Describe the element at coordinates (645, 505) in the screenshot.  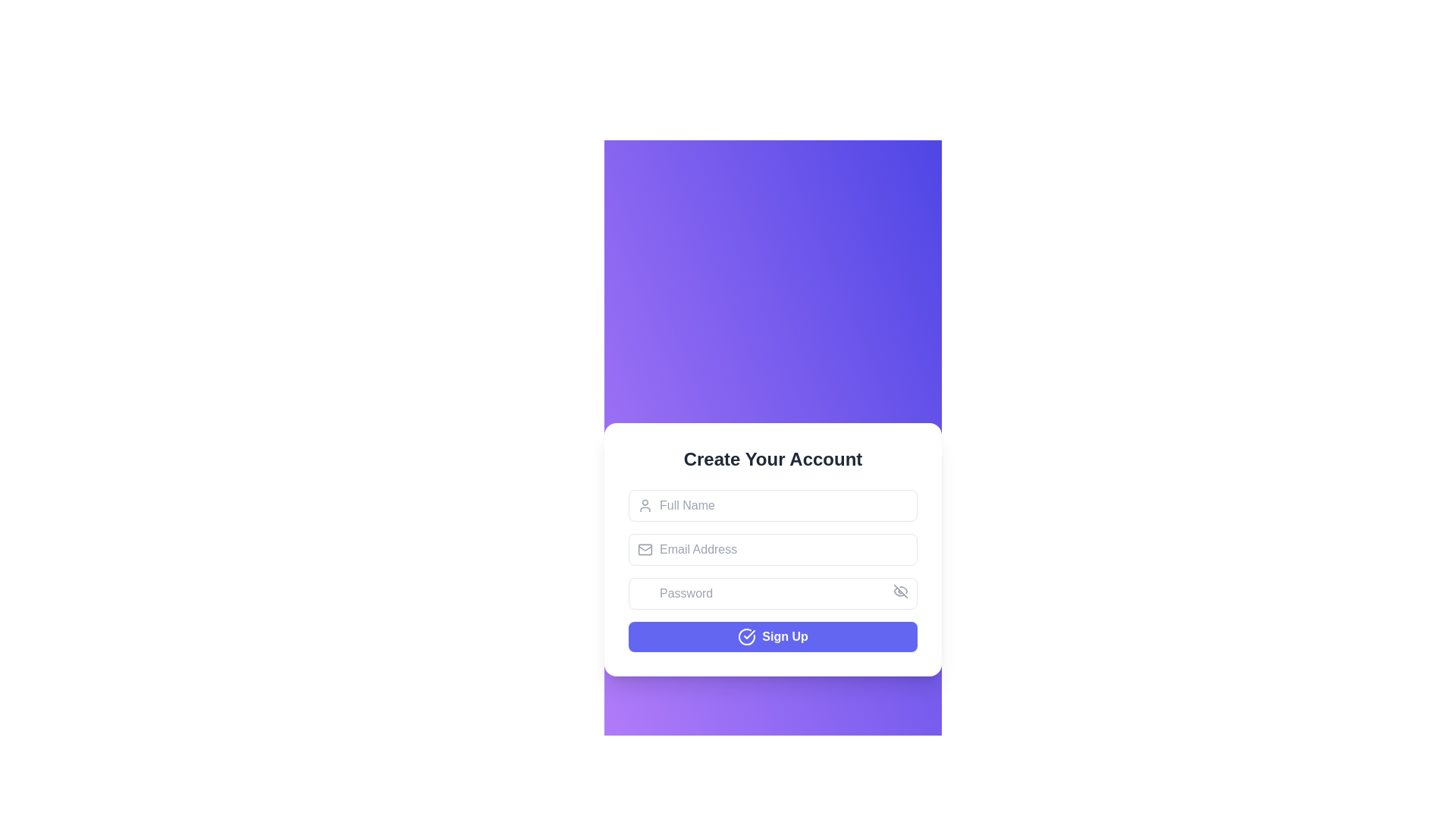
I see `the circular user profile image icon located to the left of the 'Full Name' input field` at that location.